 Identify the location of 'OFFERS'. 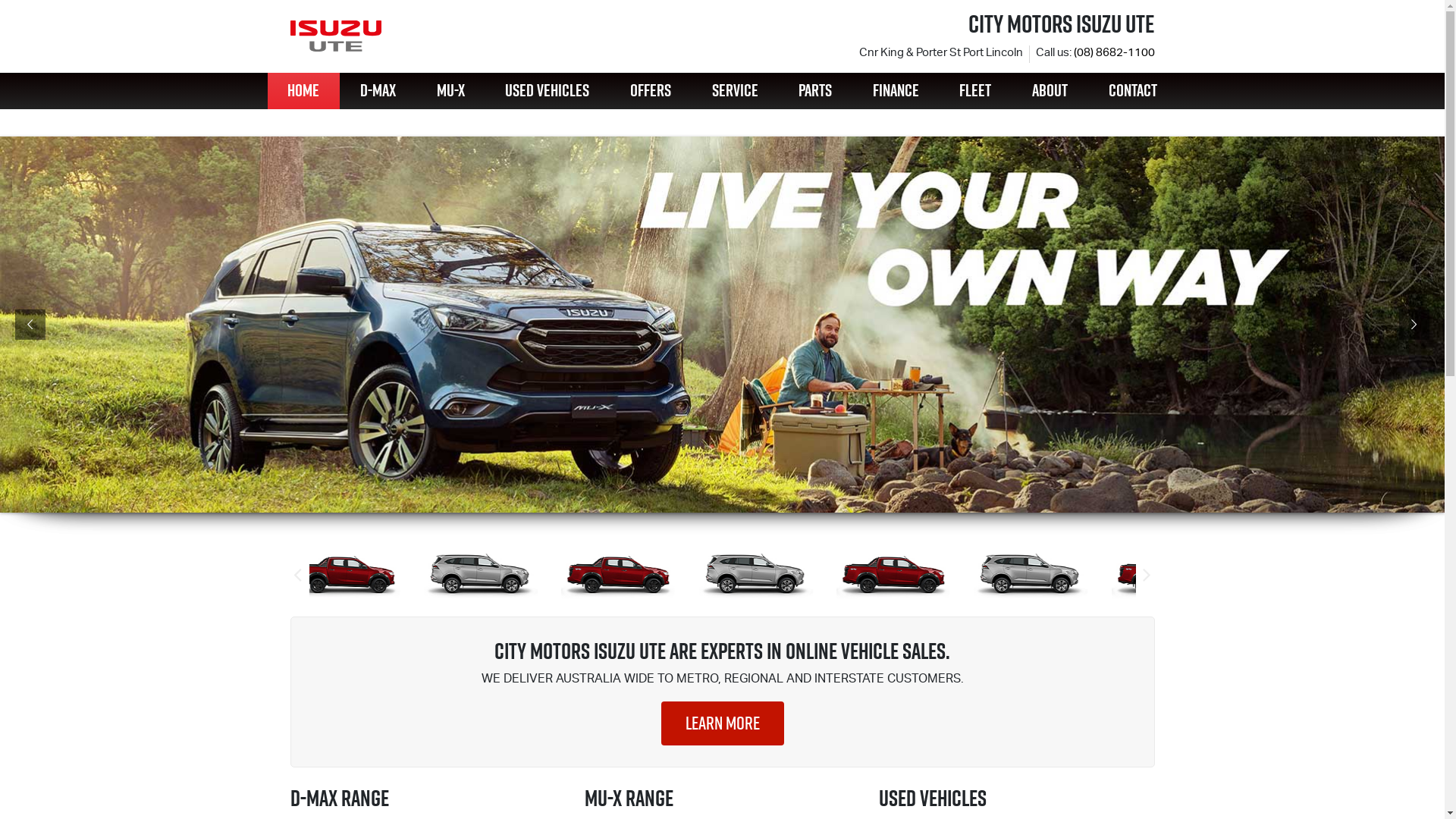
(651, 90).